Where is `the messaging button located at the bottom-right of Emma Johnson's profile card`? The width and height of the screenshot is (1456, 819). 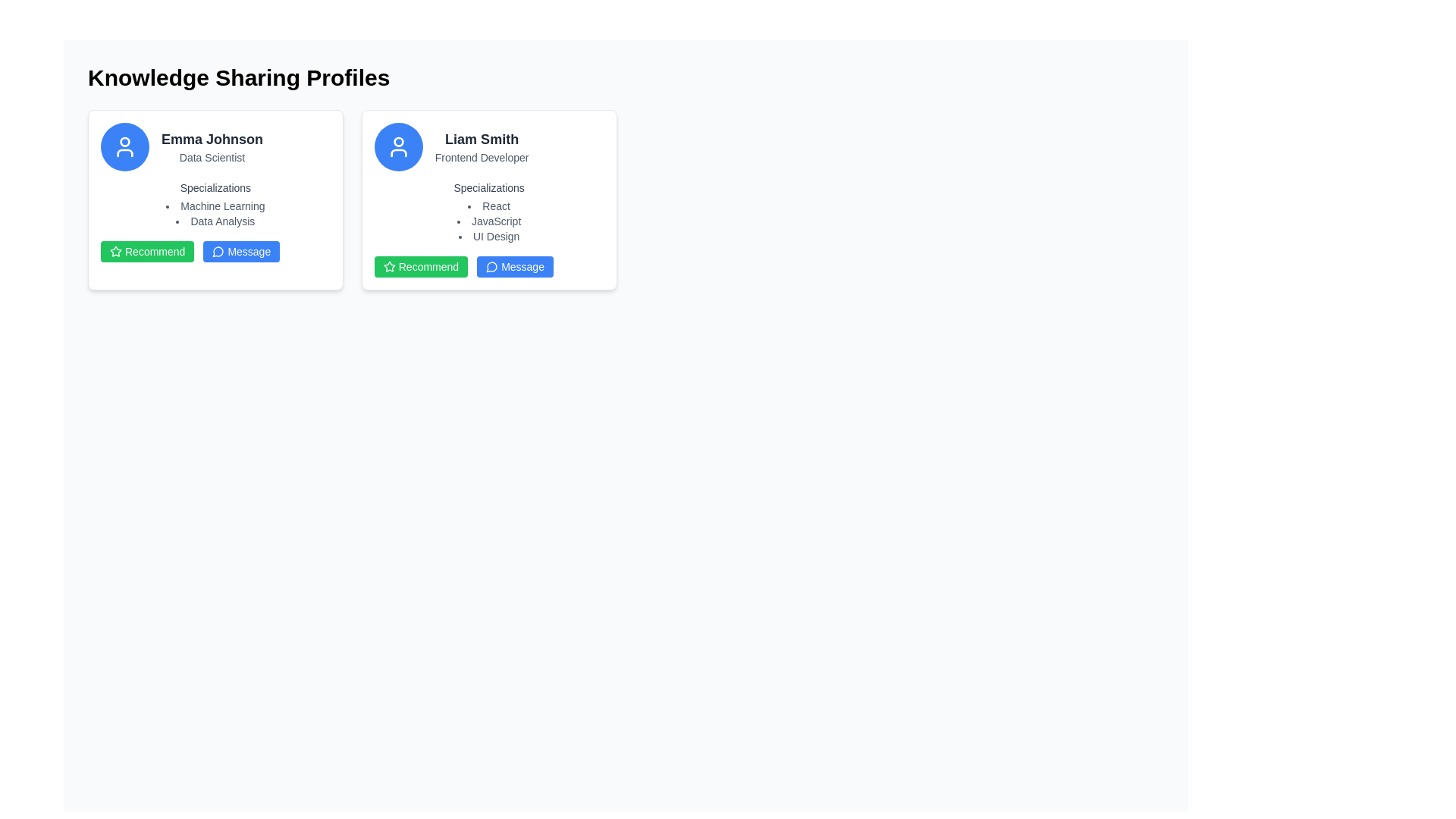 the messaging button located at the bottom-right of Emma Johnson's profile card is located at coordinates (215, 250).